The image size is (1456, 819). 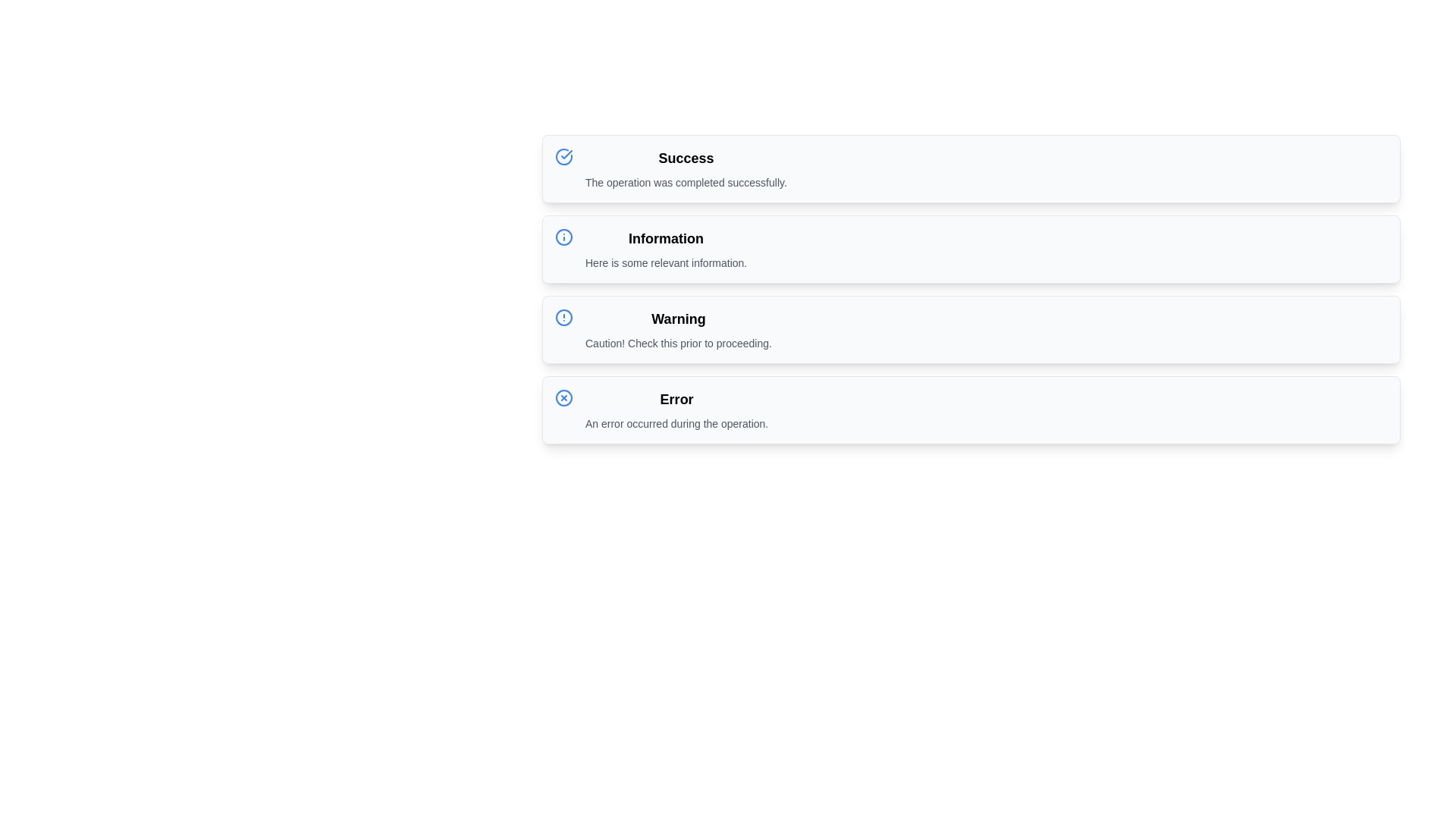 What do you see at coordinates (676, 399) in the screenshot?
I see `text of the header element that serves as the title for the 'Error' notification panel, located in the fourth panel of vertically stacked notification panels` at bounding box center [676, 399].